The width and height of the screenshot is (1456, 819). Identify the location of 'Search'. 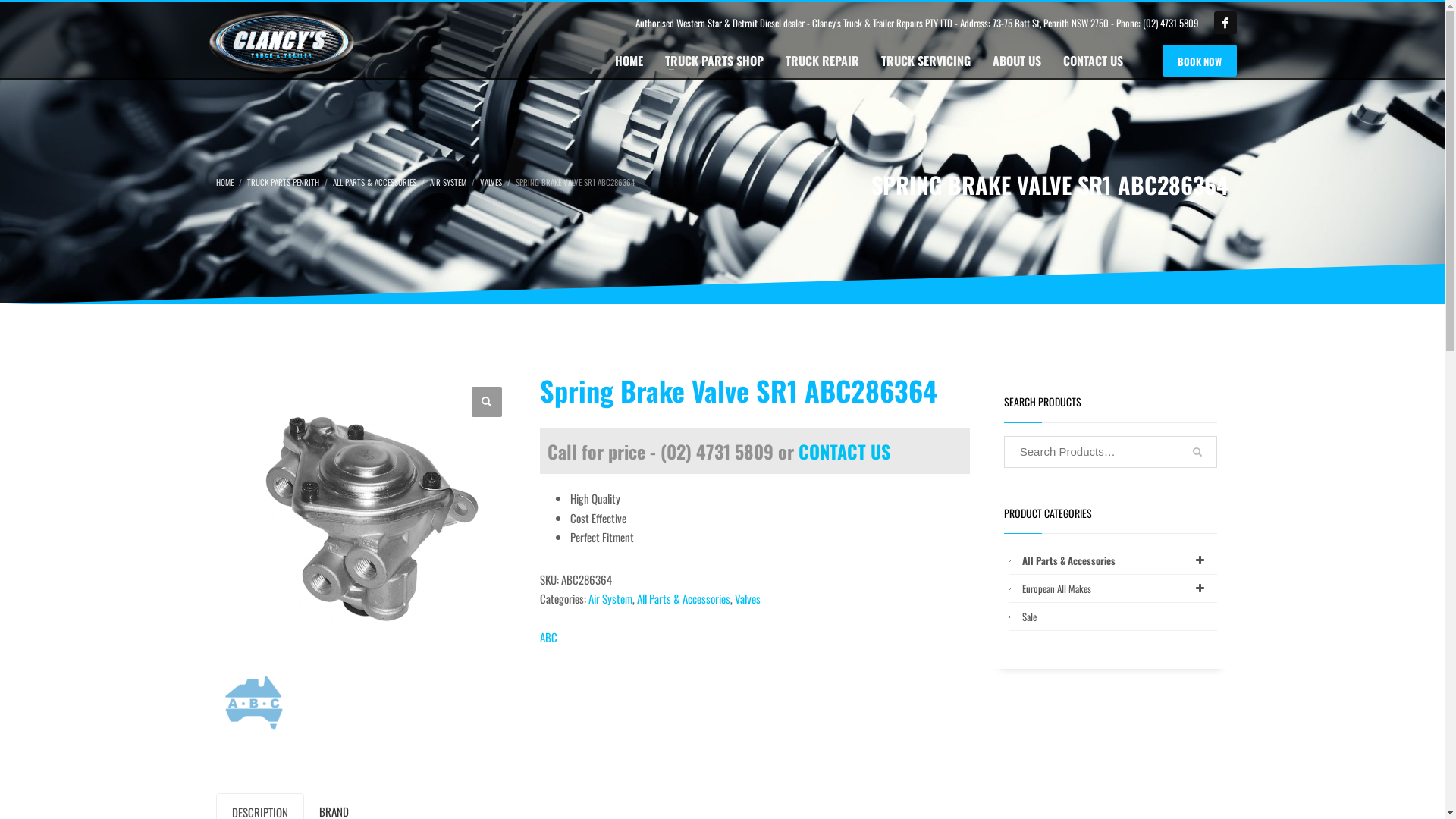
(1177, 451).